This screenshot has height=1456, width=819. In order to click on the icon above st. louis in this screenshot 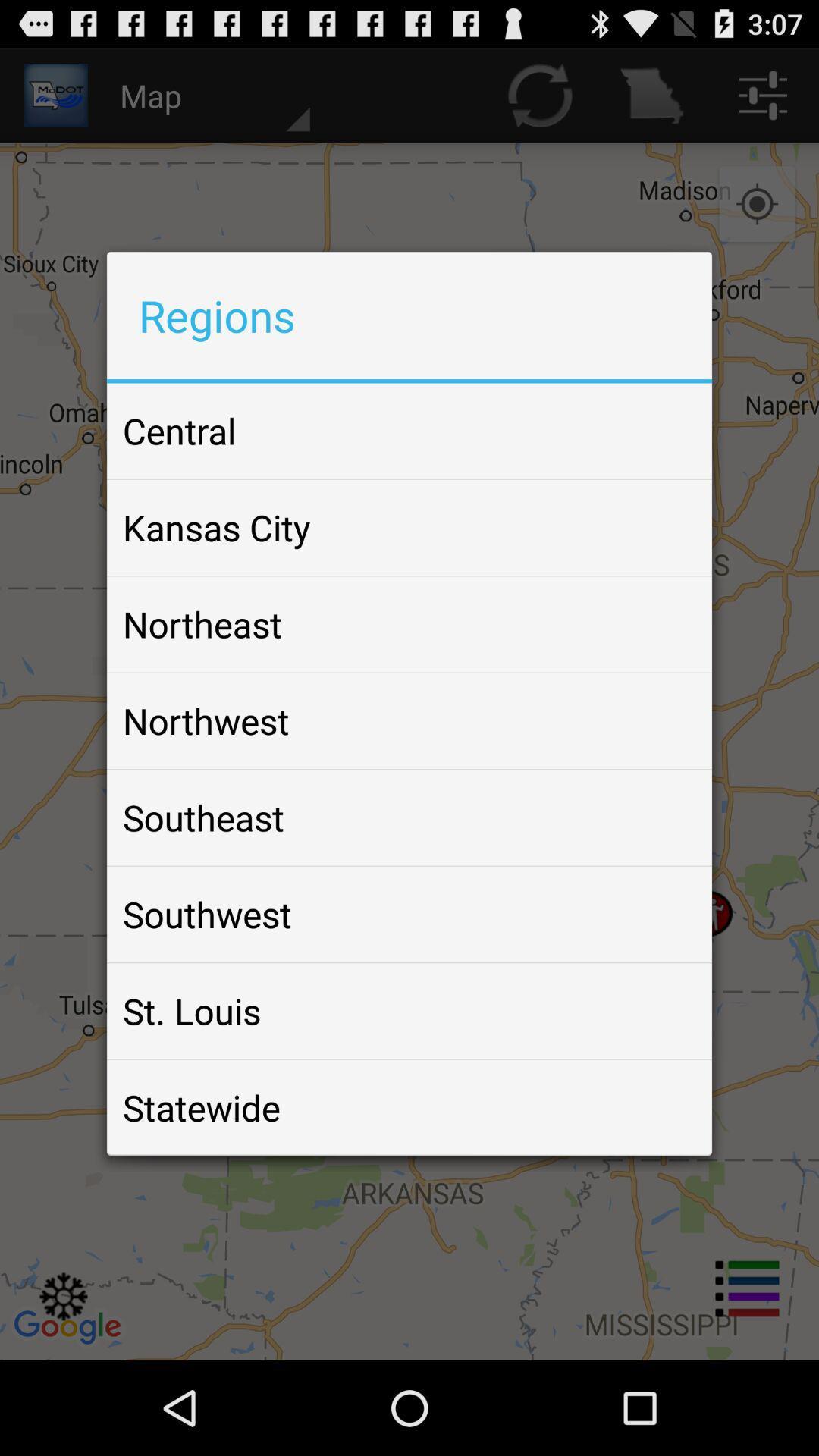, I will do `click(207, 913)`.